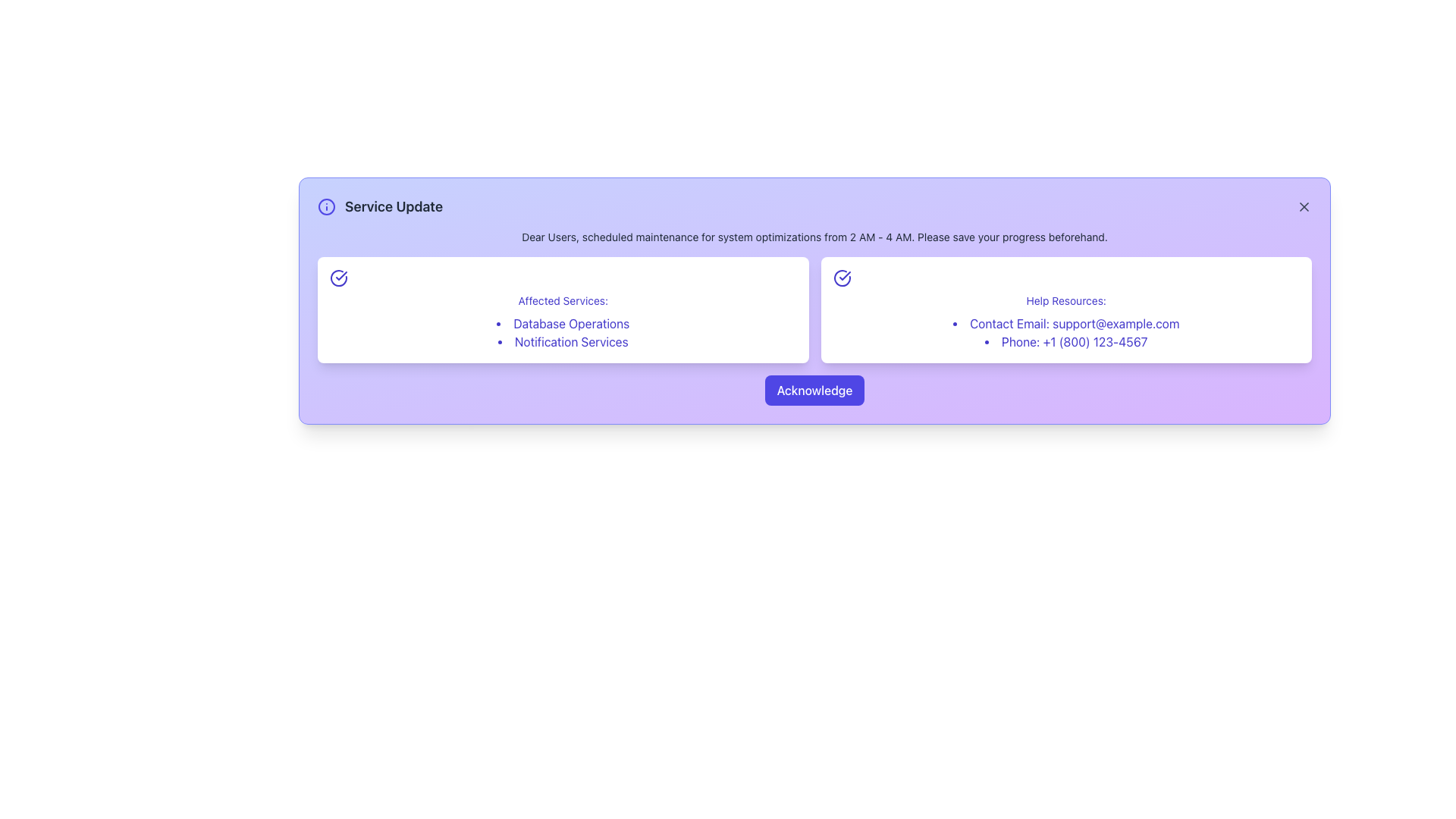 This screenshot has width=1456, height=819. Describe the element at coordinates (394, 207) in the screenshot. I see `the bold black text stating 'Service Update' located in the header section of the notification card with a light purple background` at that location.